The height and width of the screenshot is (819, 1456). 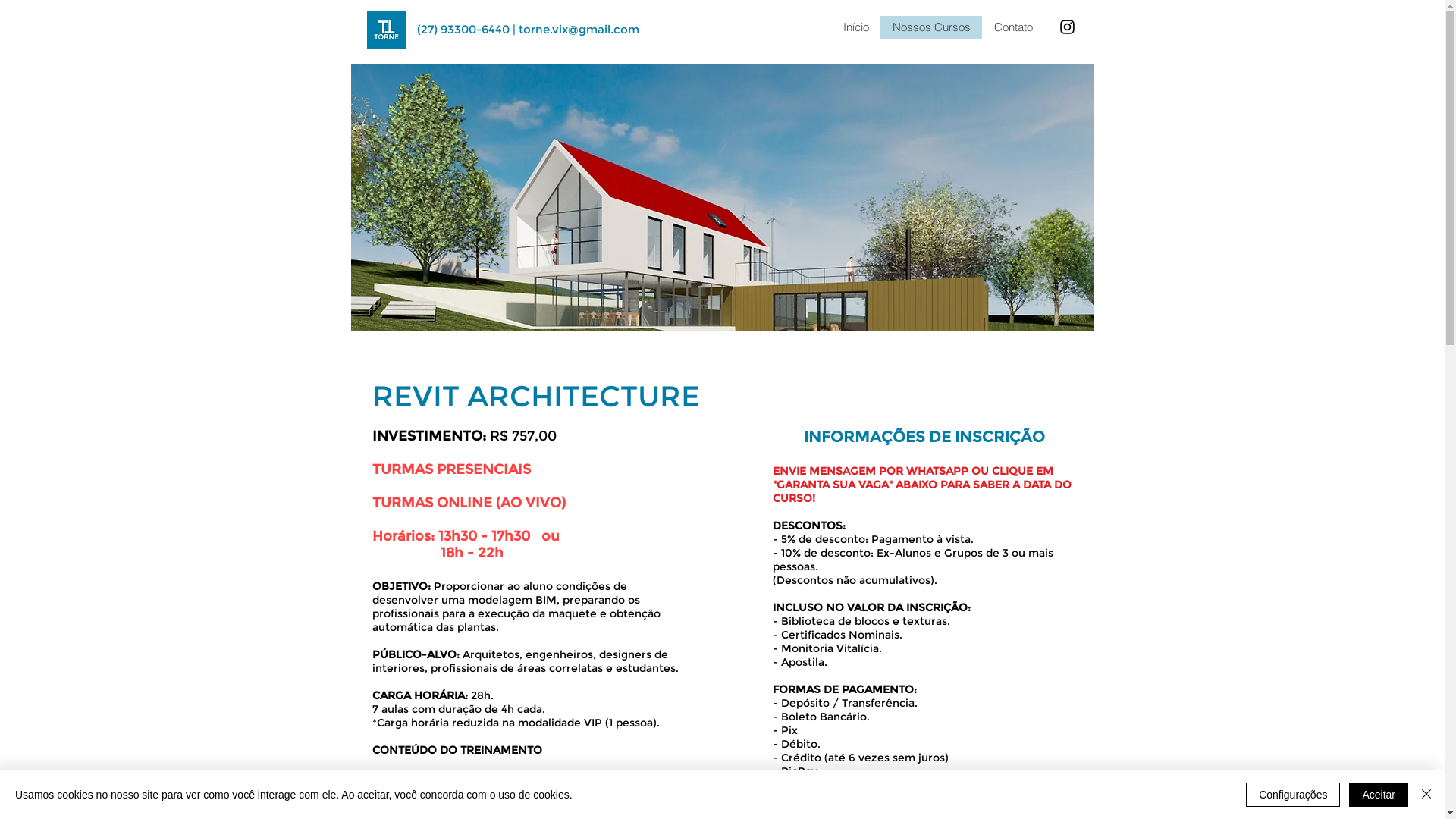 What do you see at coordinates (528, 29) in the screenshot?
I see `'(27) 93300-6440 | torne.vix@gmail.com'` at bounding box center [528, 29].